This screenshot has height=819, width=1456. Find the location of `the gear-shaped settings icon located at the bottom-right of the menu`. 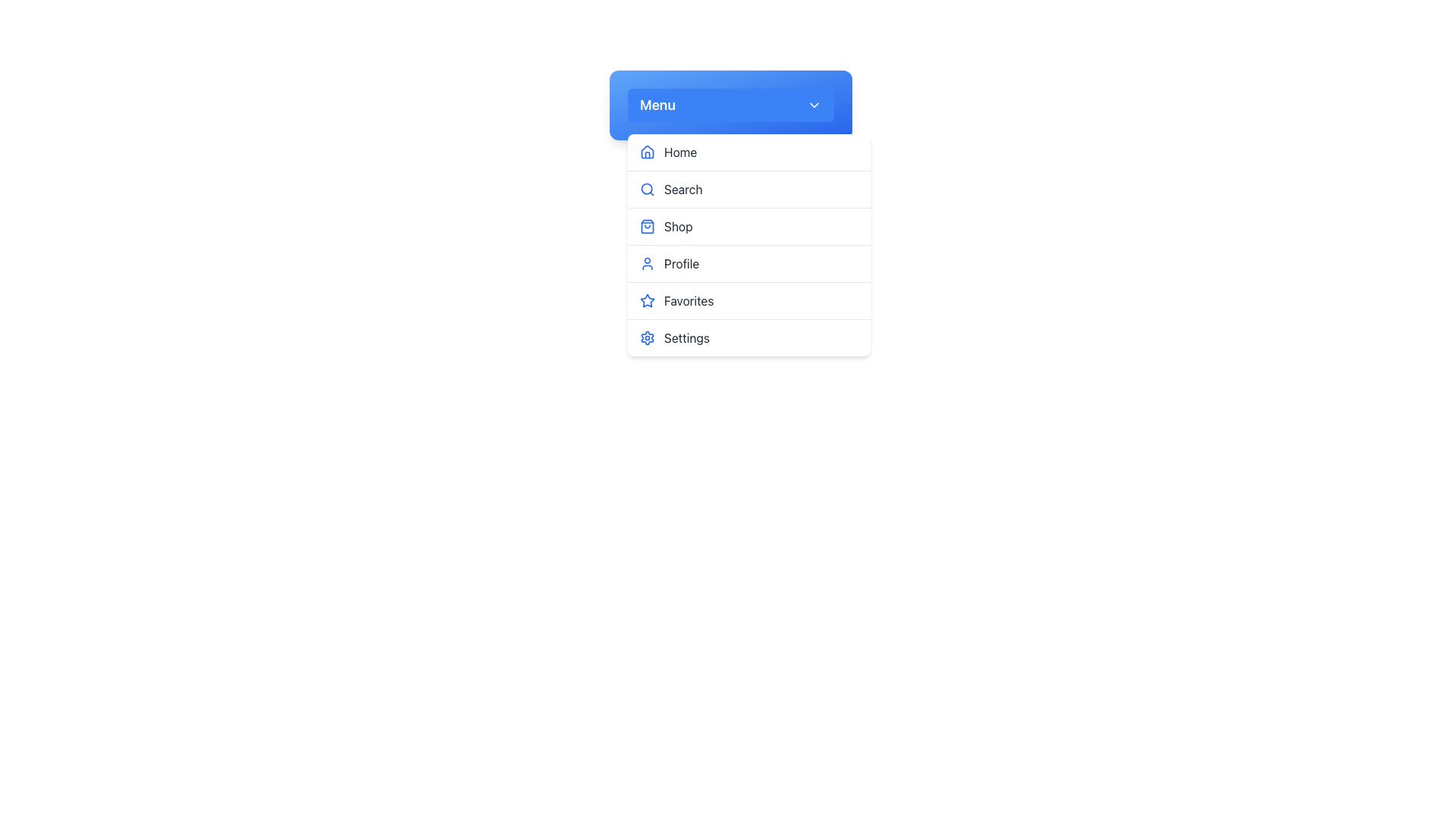

the gear-shaped settings icon located at the bottom-right of the menu is located at coordinates (648, 337).